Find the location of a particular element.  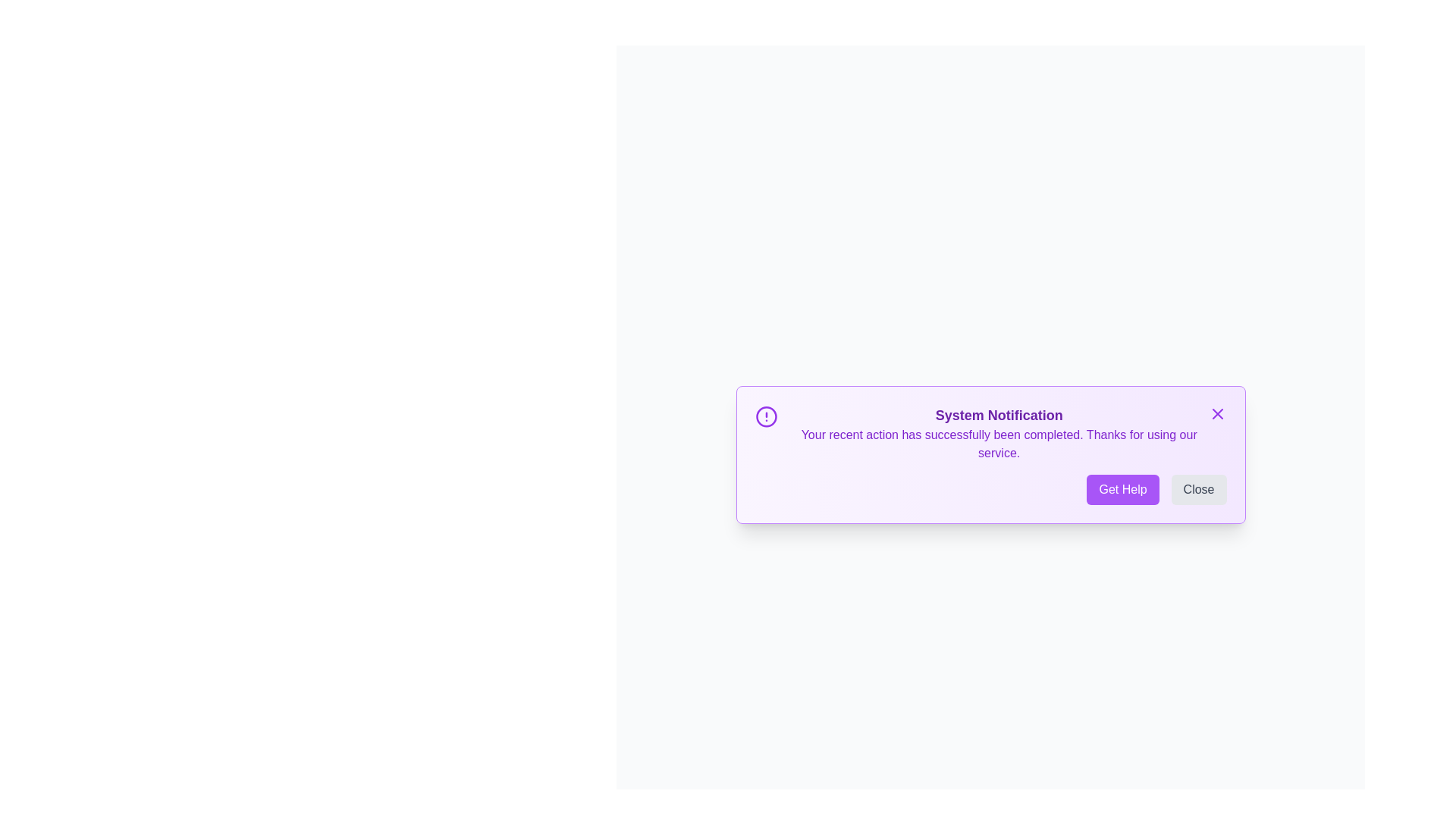

the circular UI component within the notification icon that visually indicates a notification type or importance level is located at coordinates (766, 417).